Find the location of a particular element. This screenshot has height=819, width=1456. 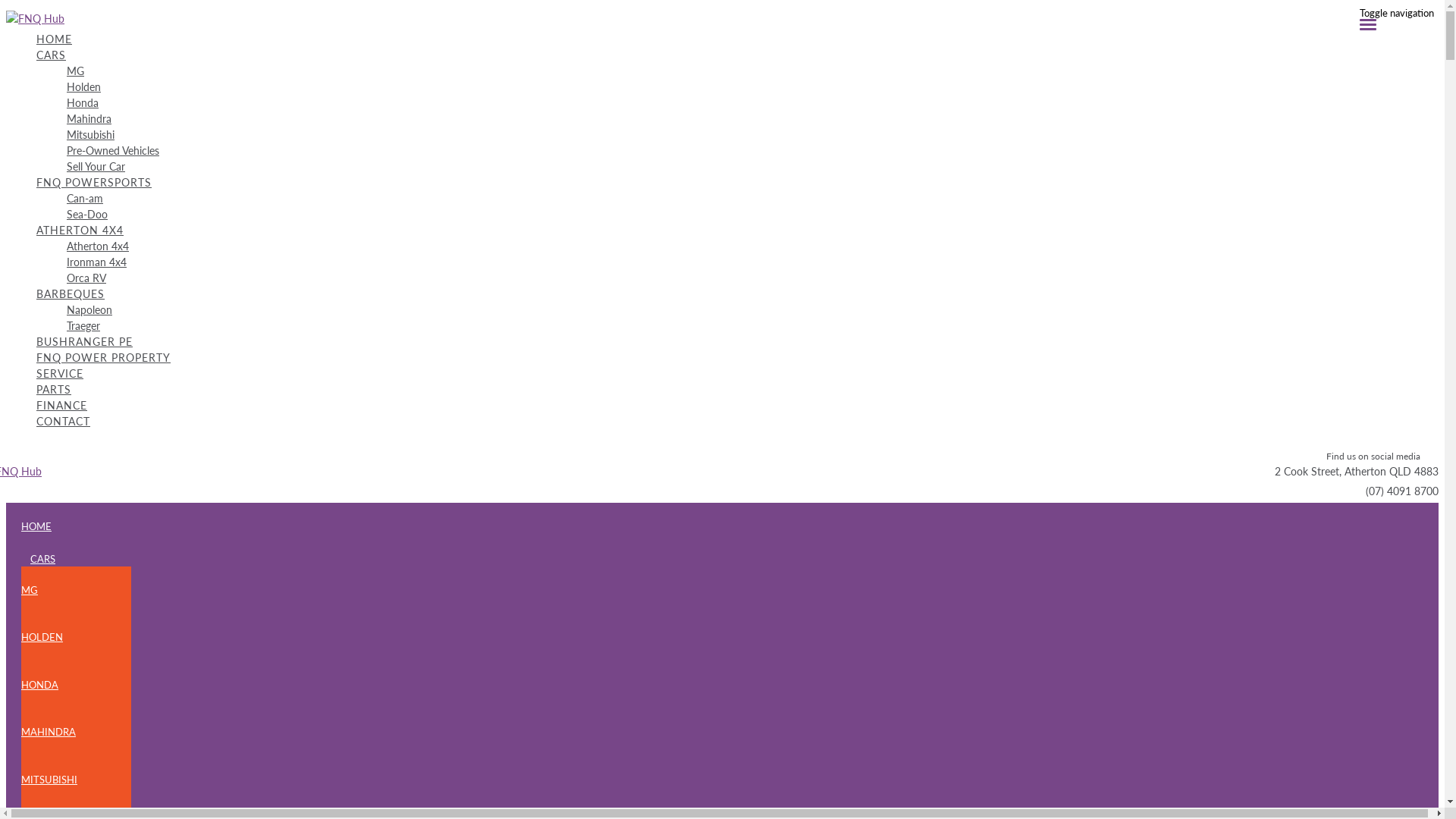

'ATHERTON 4X4' is located at coordinates (79, 230).